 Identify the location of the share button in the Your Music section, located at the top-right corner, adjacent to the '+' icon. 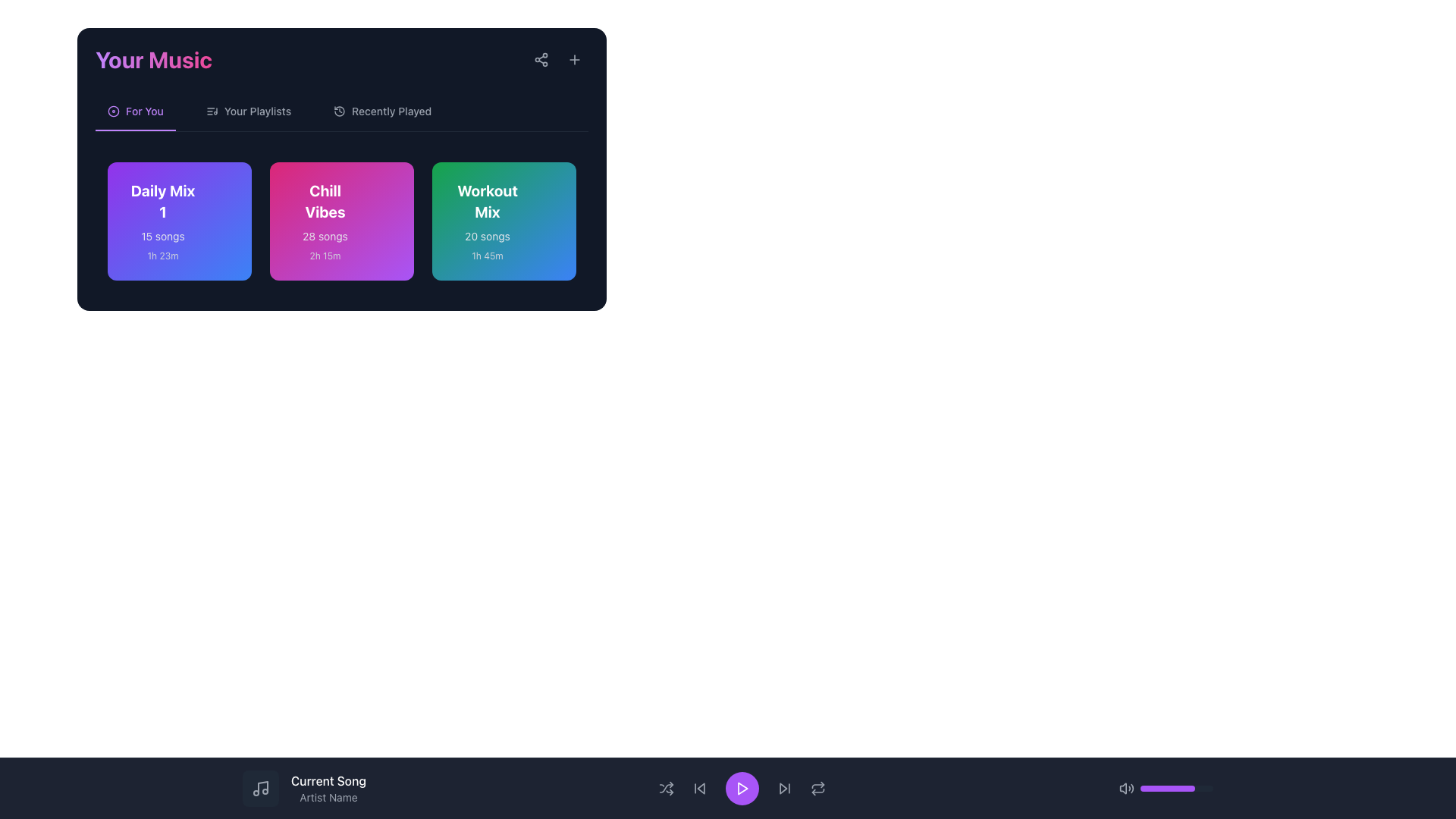
(541, 58).